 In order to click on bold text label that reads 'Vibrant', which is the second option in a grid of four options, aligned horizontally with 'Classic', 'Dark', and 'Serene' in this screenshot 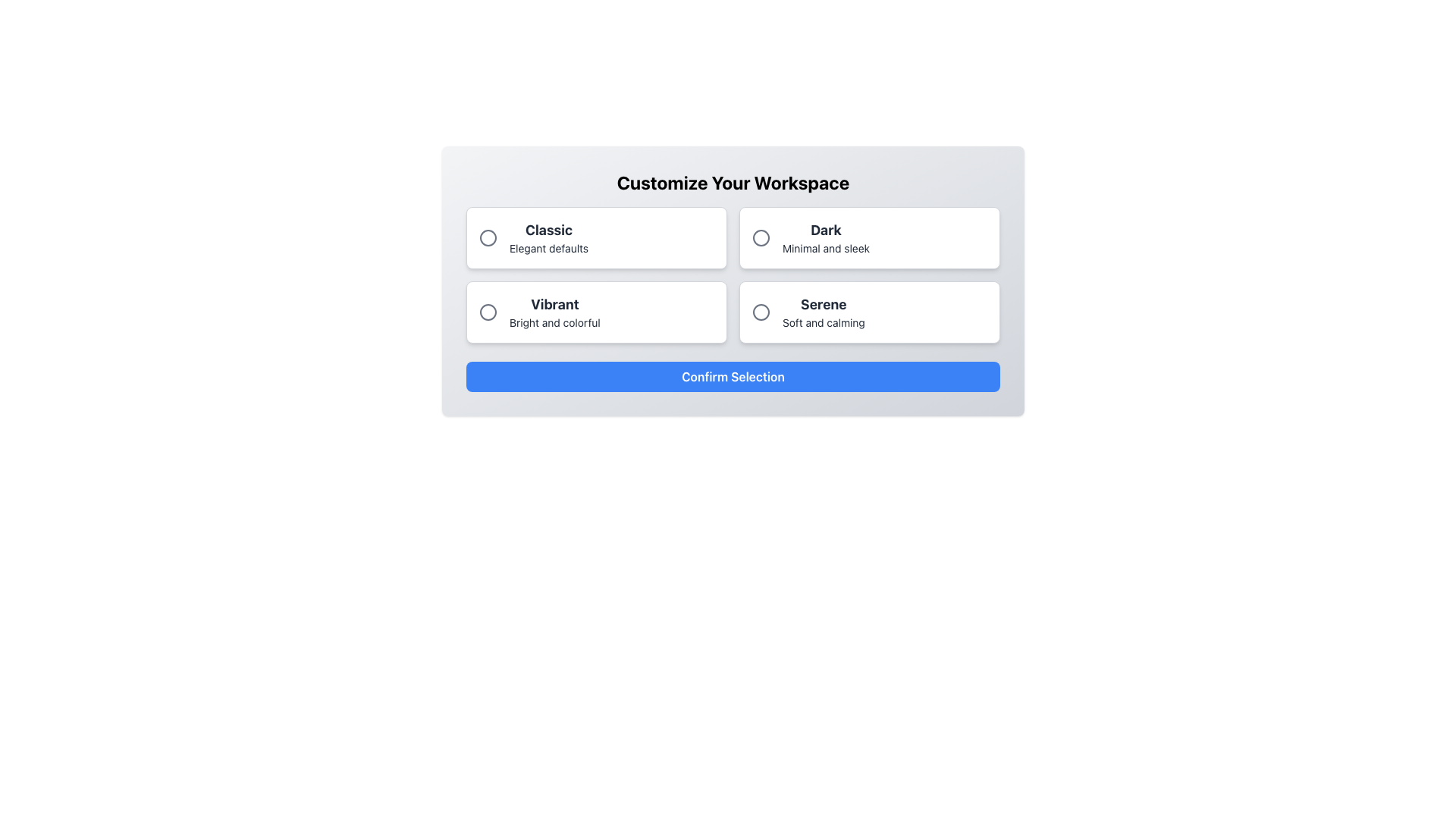, I will do `click(554, 304)`.